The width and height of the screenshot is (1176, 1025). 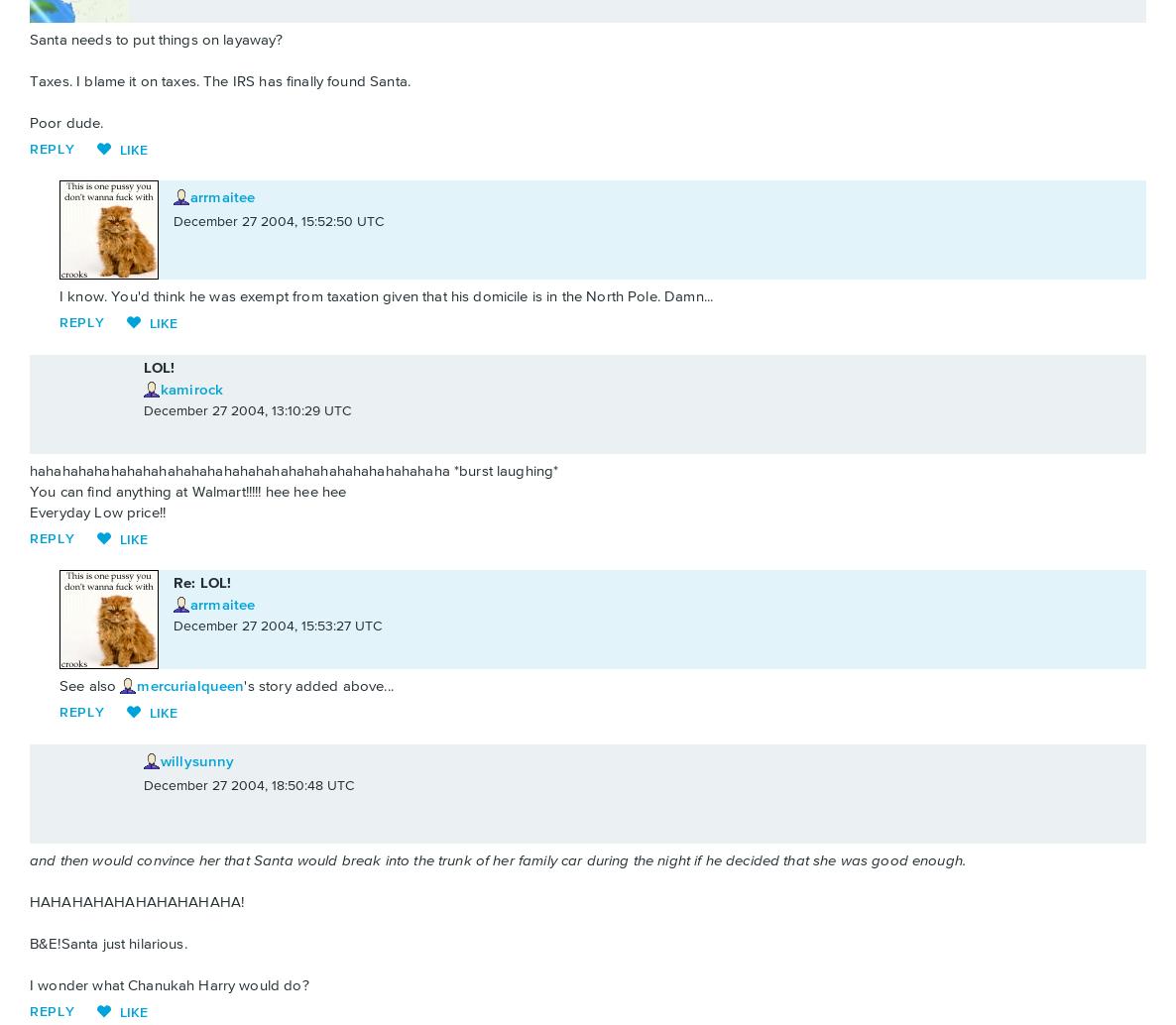 What do you see at coordinates (187, 490) in the screenshot?
I see `'You can find anything at Walmart!!!!! hee hee hee'` at bounding box center [187, 490].